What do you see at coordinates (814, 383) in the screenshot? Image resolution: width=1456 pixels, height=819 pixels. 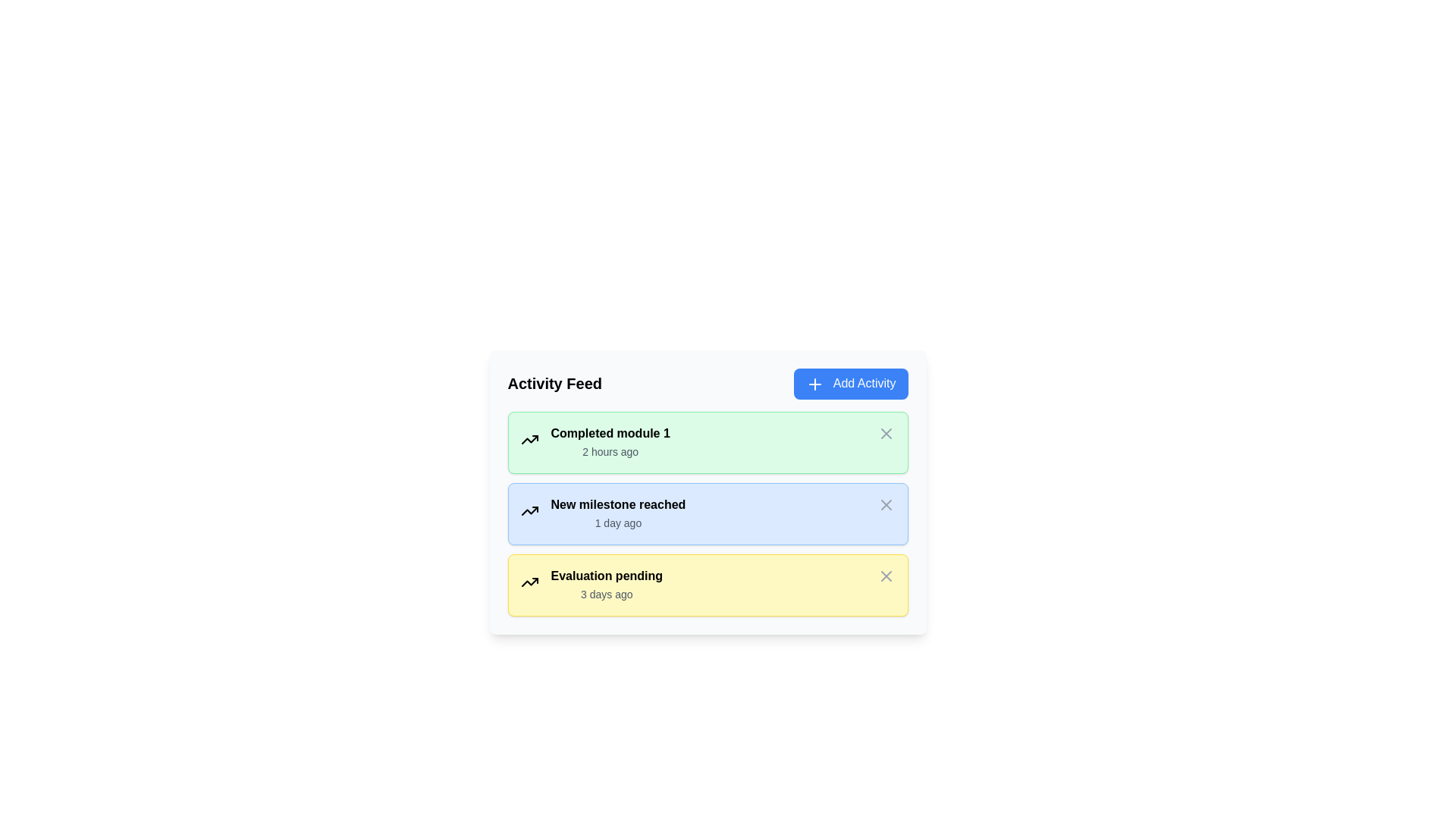 I see `the plus symbol icon, which is part of the 'Add Activity' button located in the top-right corner of the 'Activity Feed' section` at bounding box center [814, 383].